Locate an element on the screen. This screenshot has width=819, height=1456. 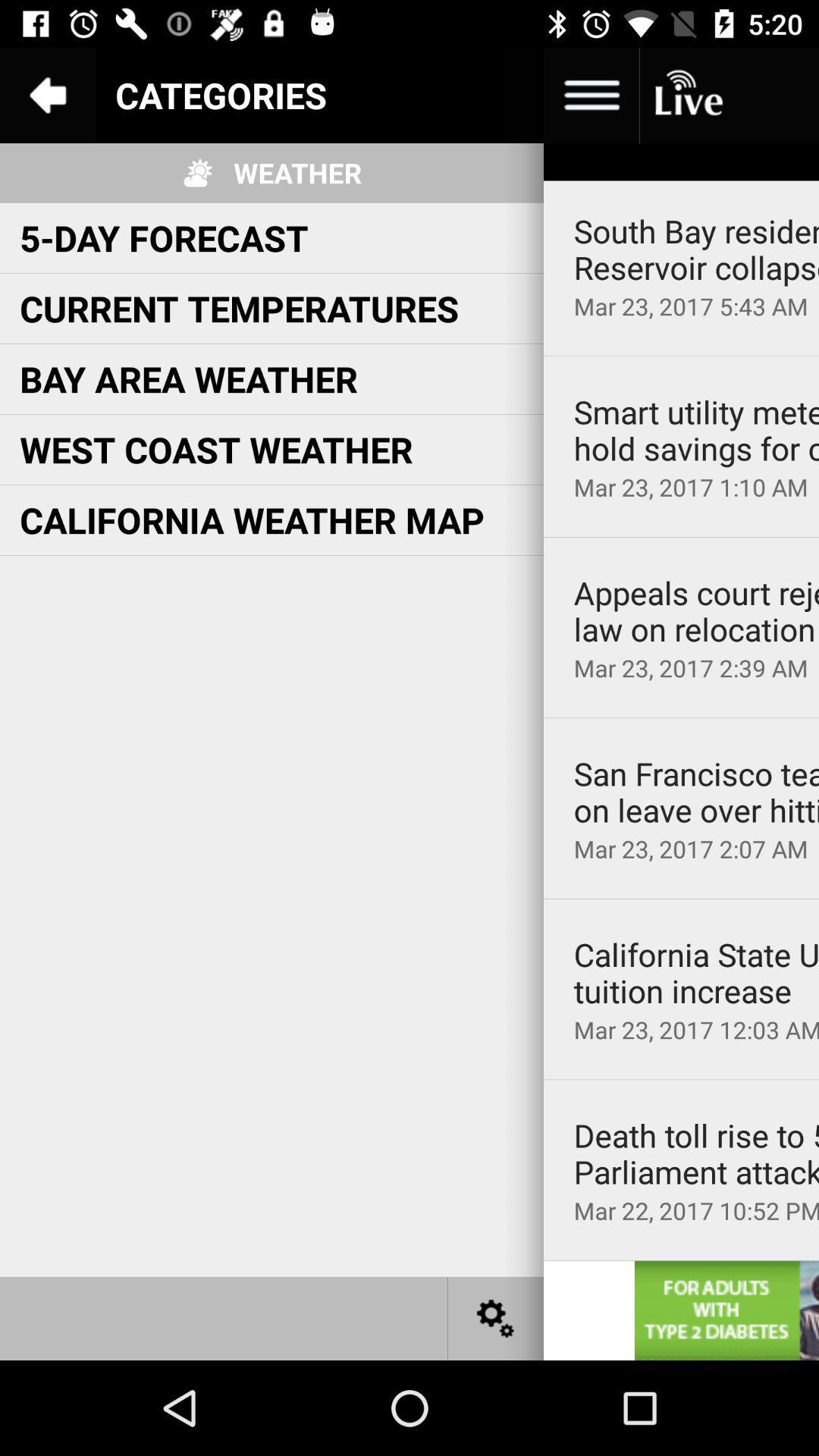
settings button is located at coordinates (496, 1317).